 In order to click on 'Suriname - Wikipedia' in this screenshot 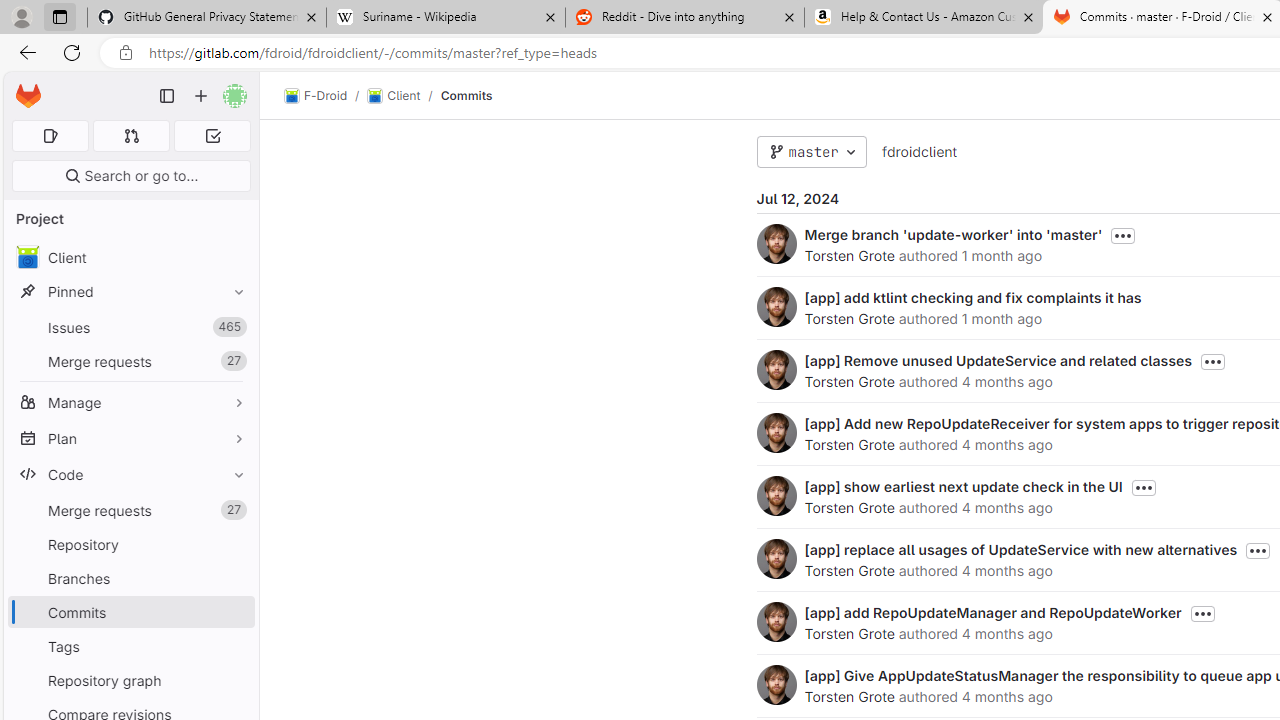, I will do `click(444, 17)`.